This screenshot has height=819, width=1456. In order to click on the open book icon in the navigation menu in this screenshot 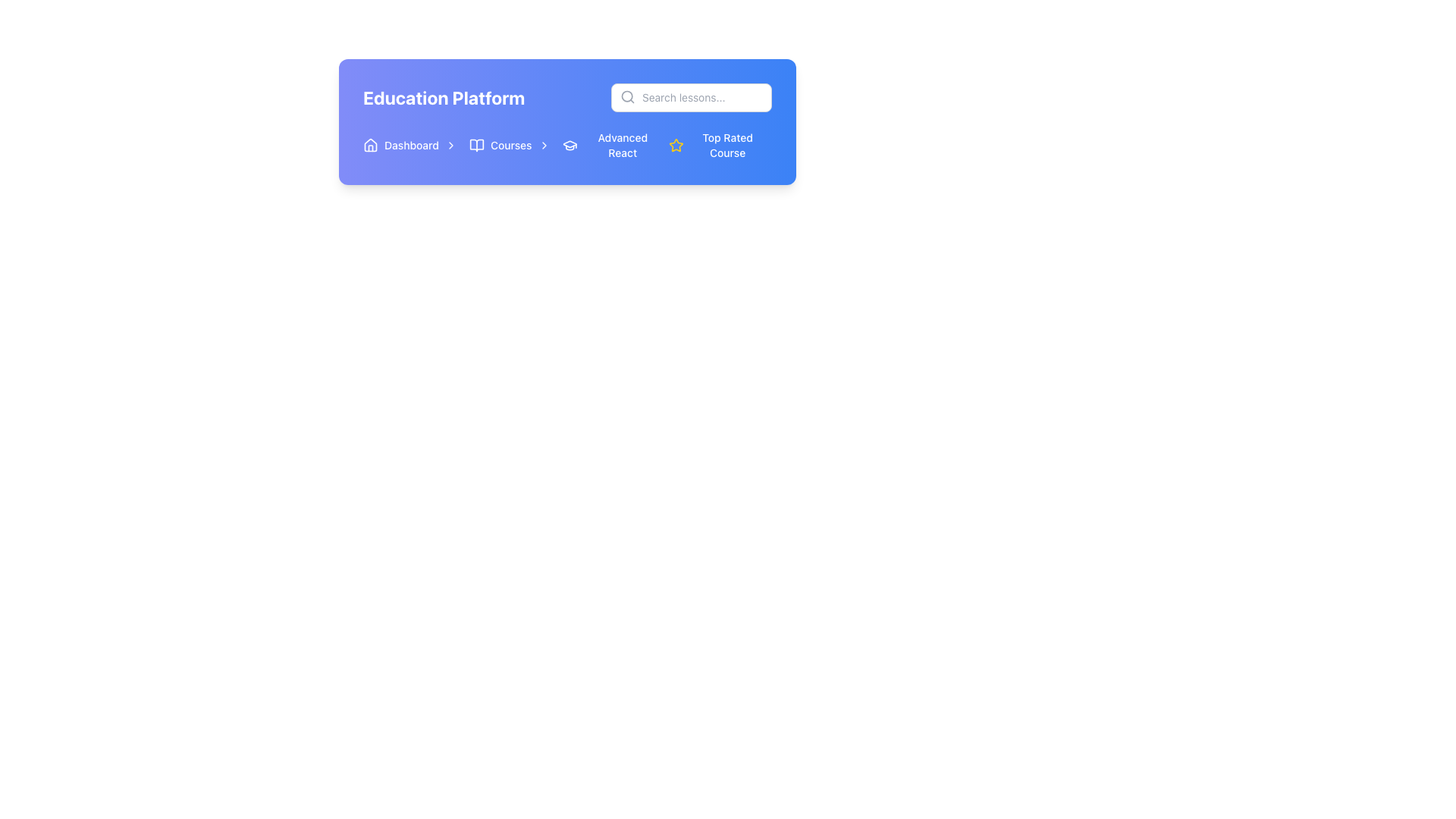, I will do `click(475, 146)`.